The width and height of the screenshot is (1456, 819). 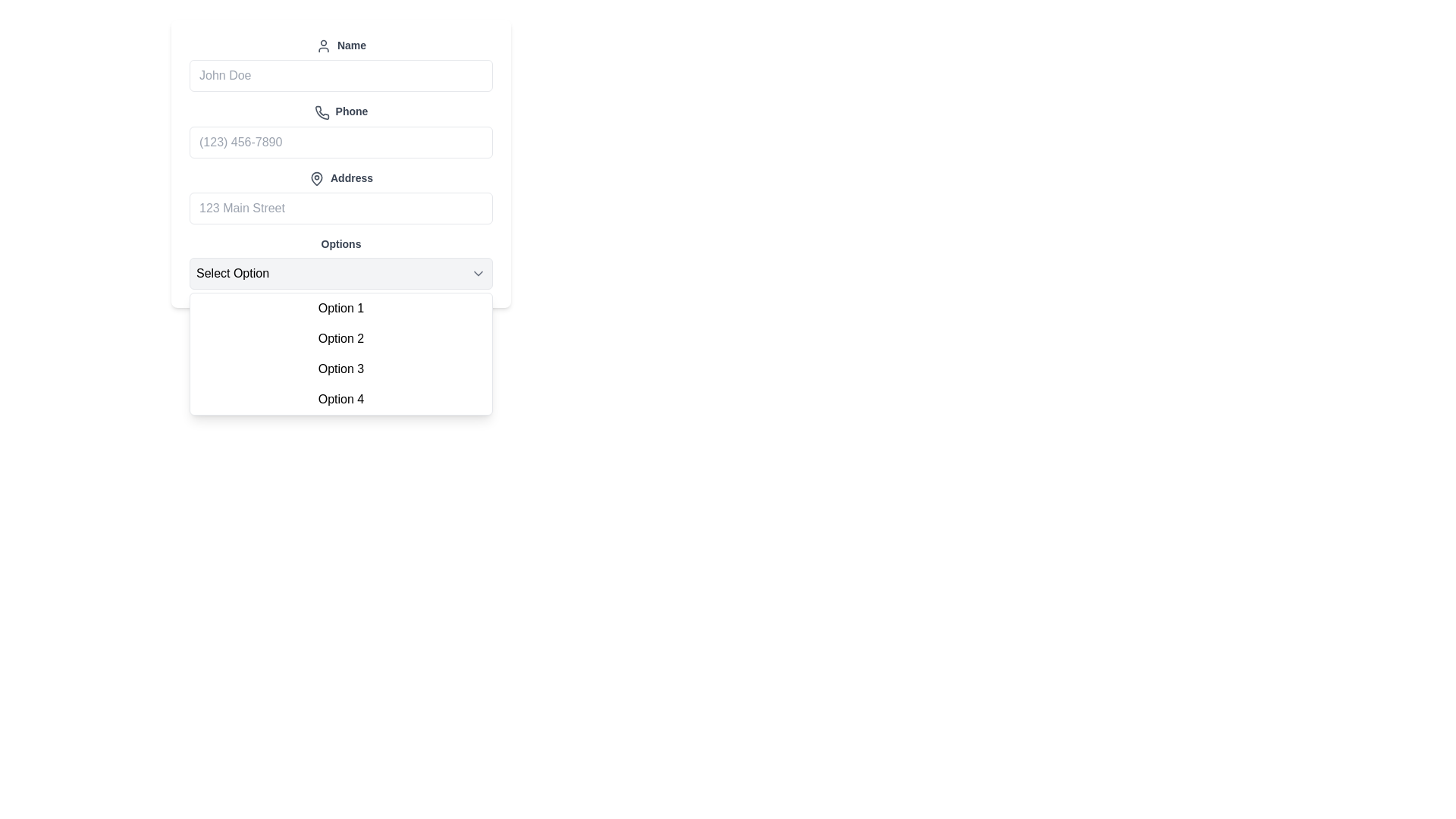 I want to click on the first item in the dropdown menu located directly below the 'Select Option' button, so click(x=340, y=307).